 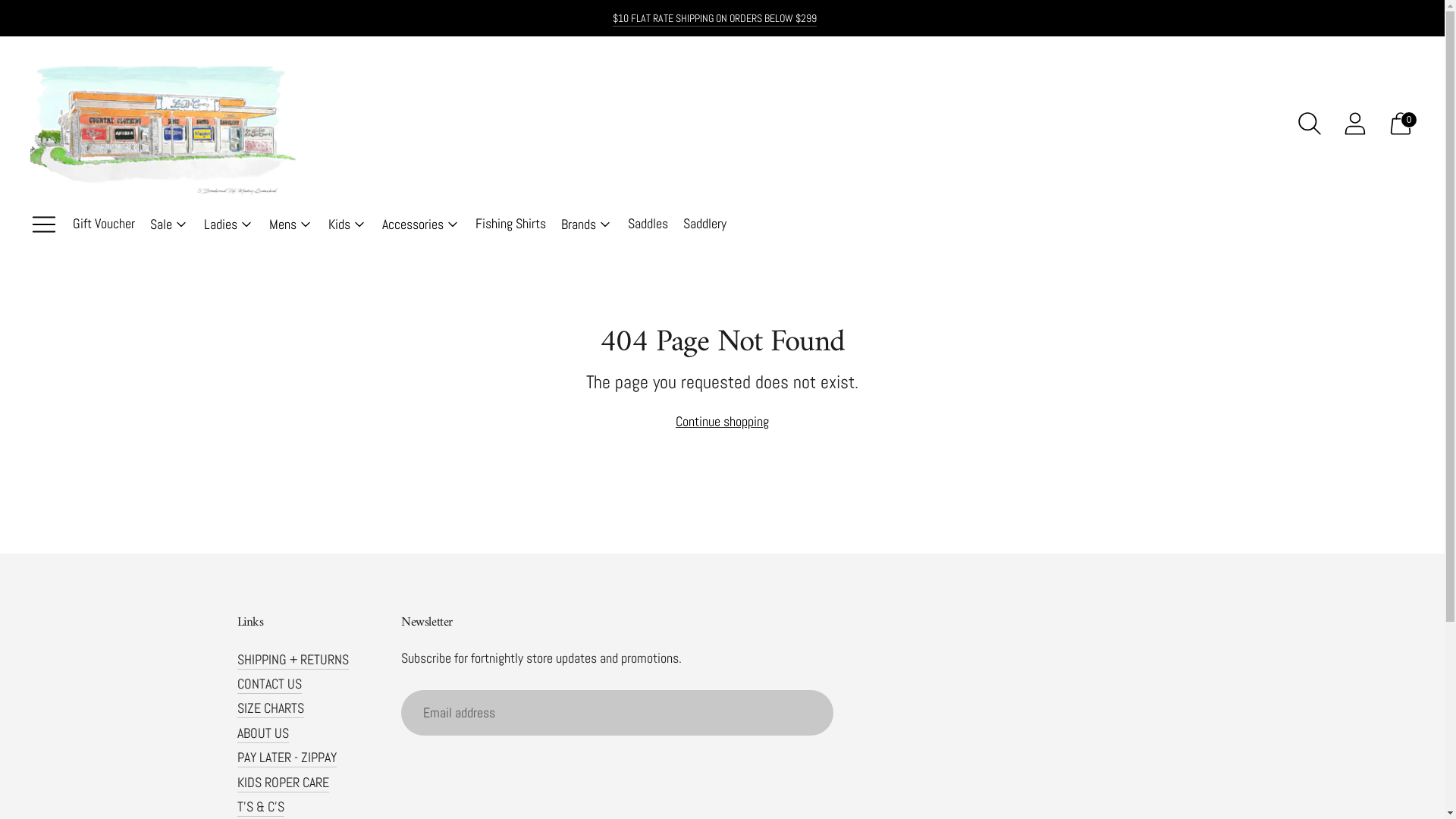 What do you see at coordinates (585, 224) in the screenshot?
I see `'Brands'` at bounding box center [585, 224].